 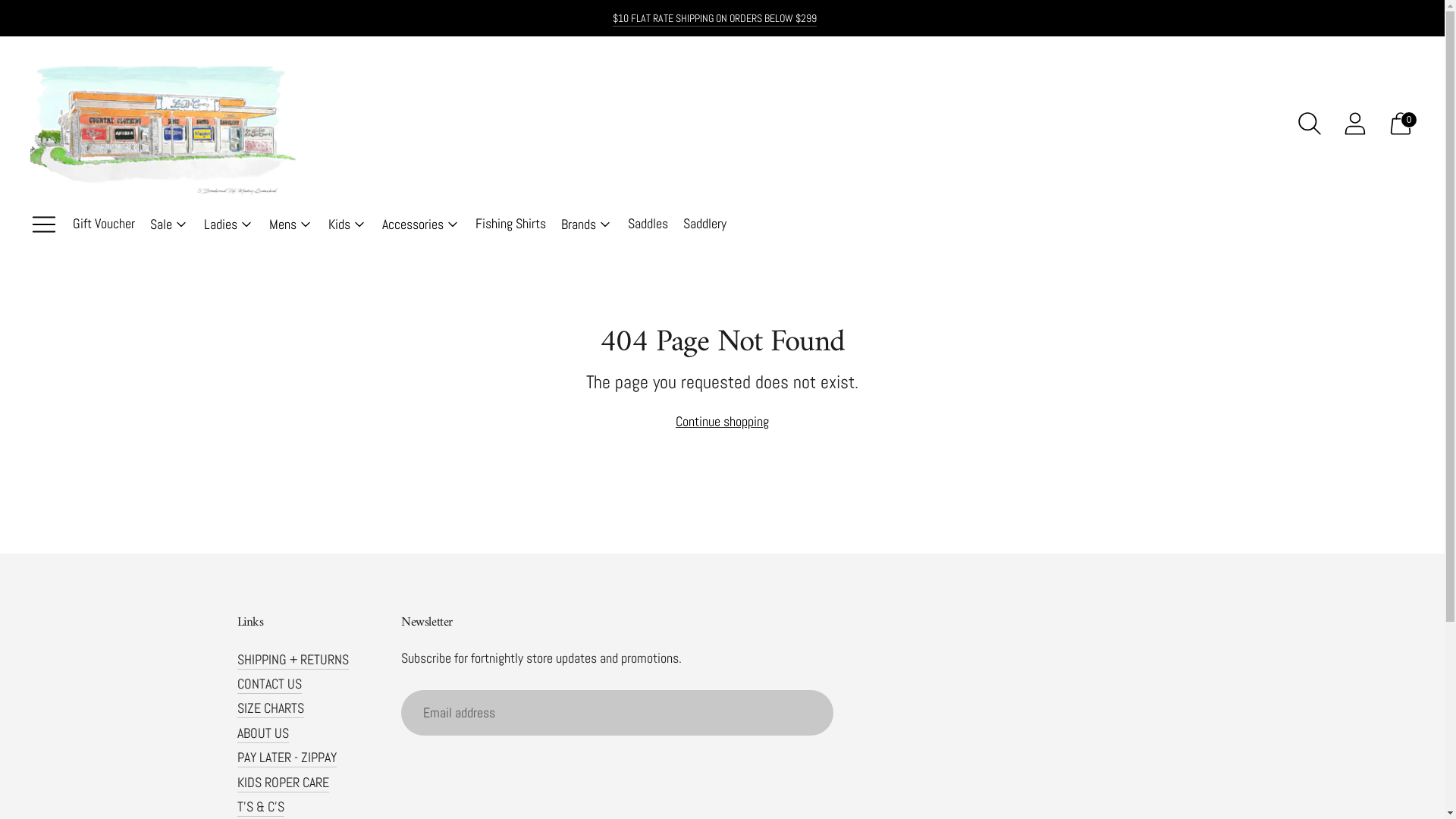 What do you see at coordinates (585, 224) in the screenshot?
I see `'Brands'` at bounding box center [585, 224].